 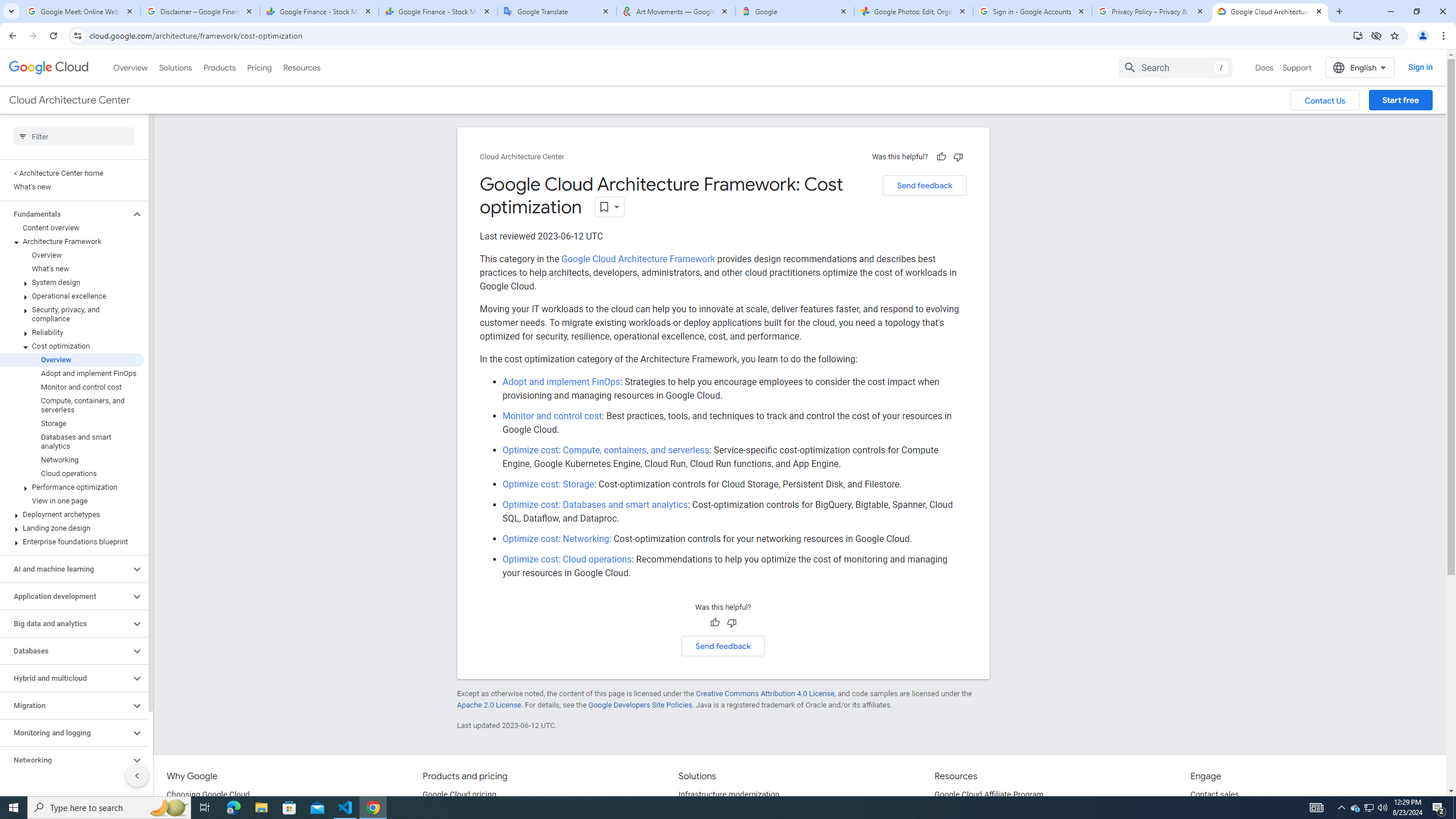 What do you see at coordinates (988, 795) in the screenshot?
I see `'Google Cloud Affiliate Program'` at bounding box center [988, 795].